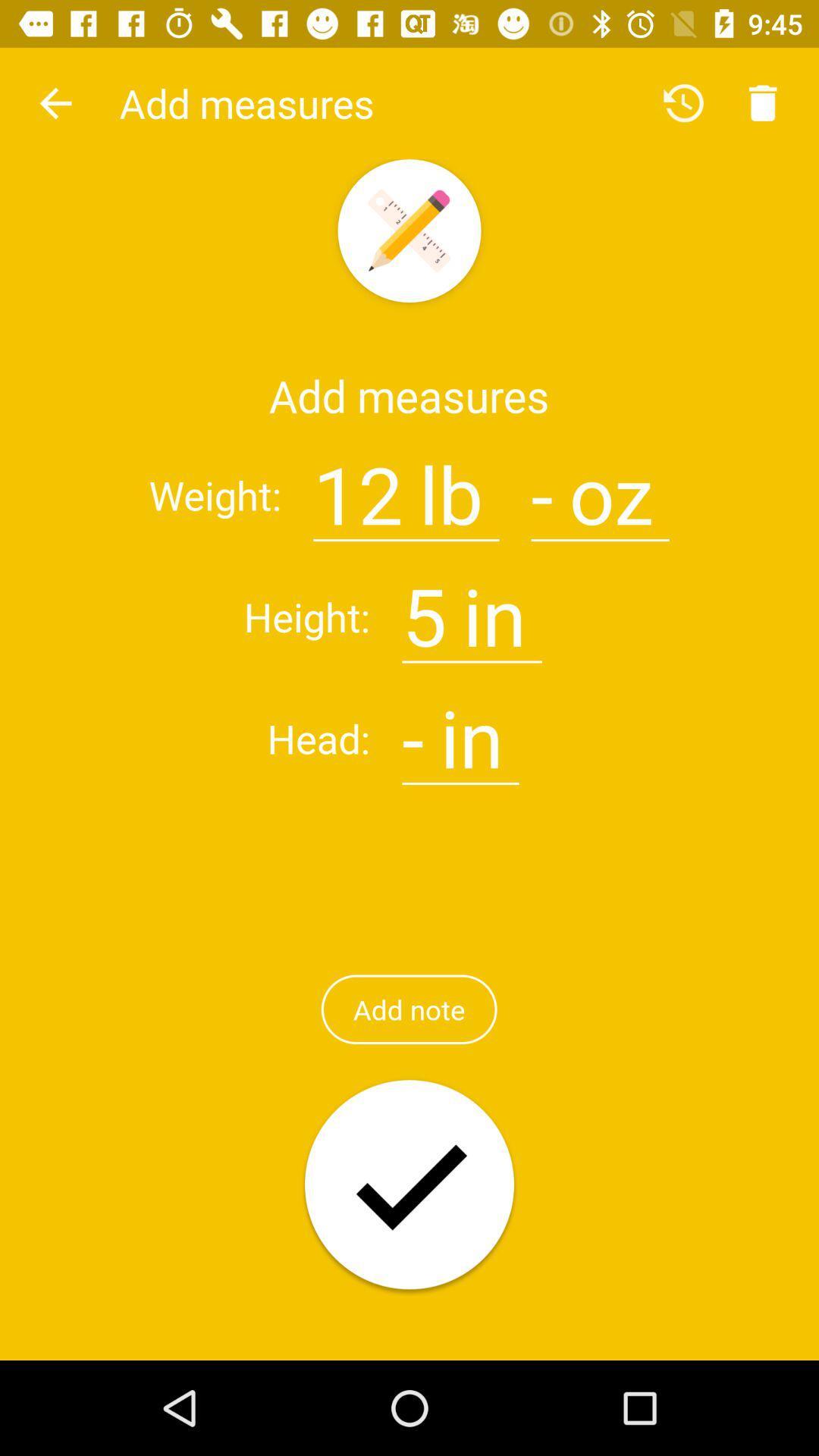 This screenshot has width=819, height=1456. I want to click on choose to complete, so click(409, 1185).